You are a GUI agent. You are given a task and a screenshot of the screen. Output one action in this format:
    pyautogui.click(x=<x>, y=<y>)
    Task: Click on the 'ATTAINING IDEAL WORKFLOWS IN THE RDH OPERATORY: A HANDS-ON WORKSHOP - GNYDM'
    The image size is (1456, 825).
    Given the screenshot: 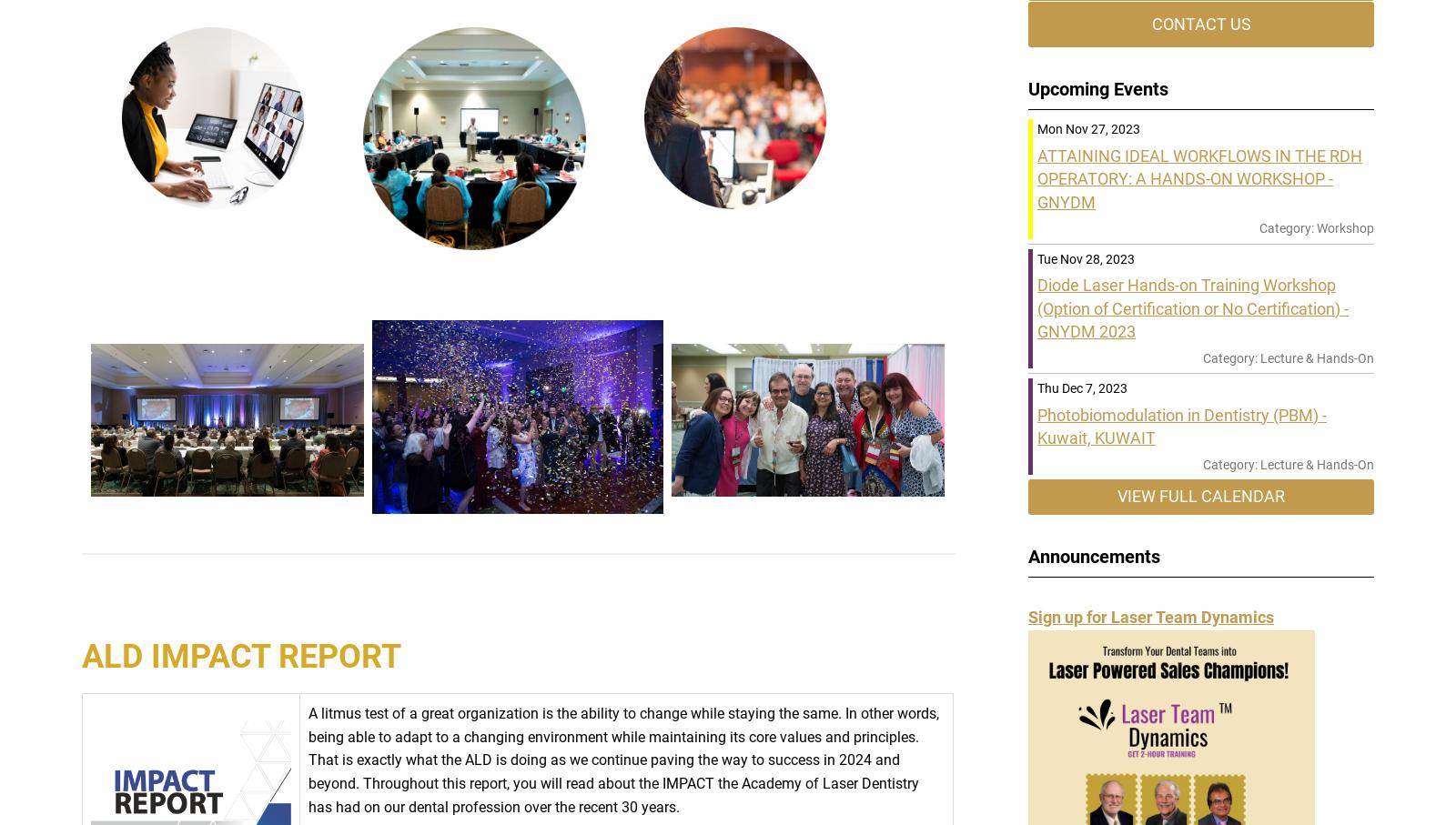 What is the action you would take?
    pyautogui.click(x=1198, y=177)
    